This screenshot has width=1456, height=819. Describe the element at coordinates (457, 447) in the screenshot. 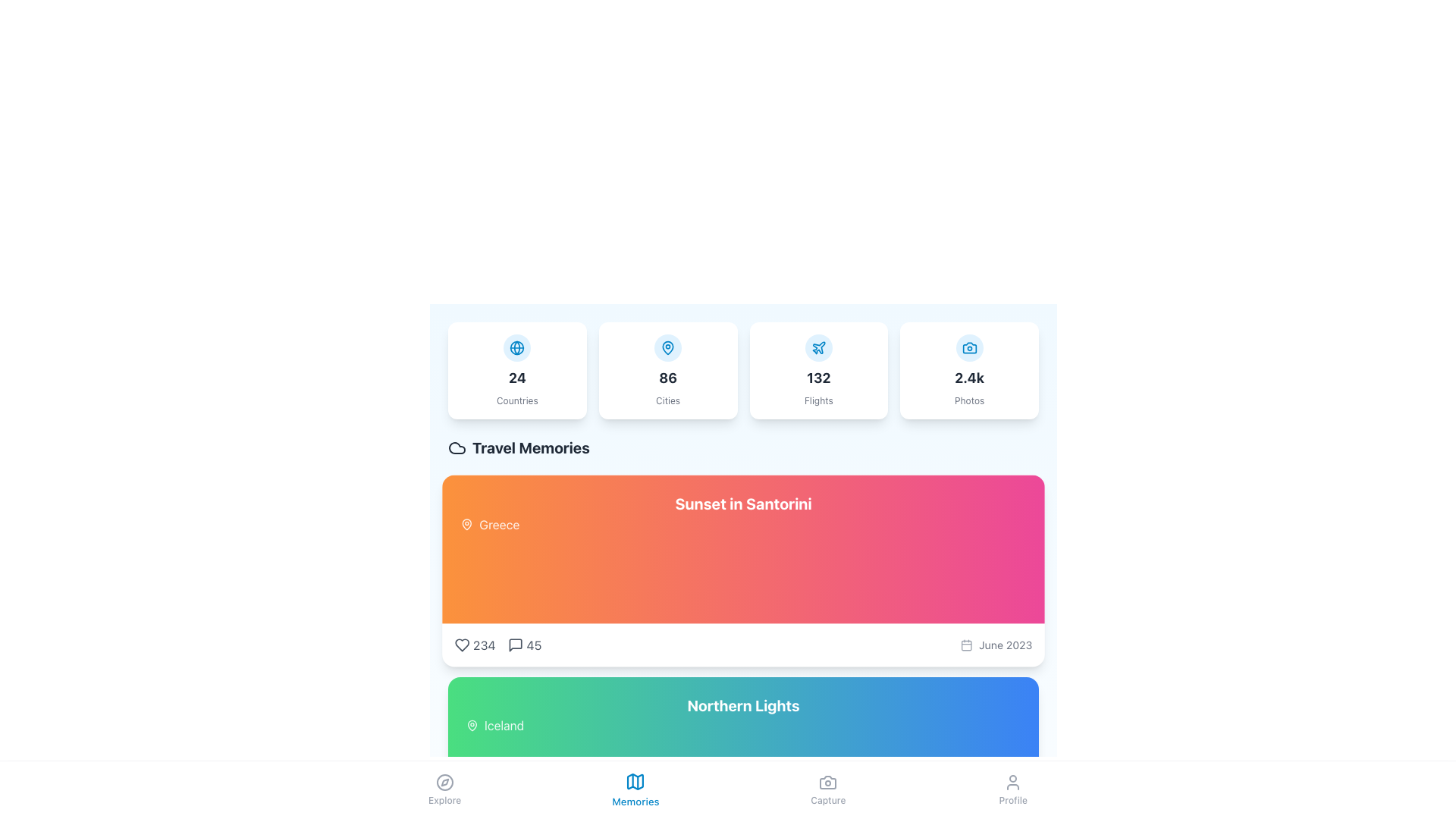

I see `the decorative icon associated with the 'Travel Memories' title, located at the top left of the content section` at that location.